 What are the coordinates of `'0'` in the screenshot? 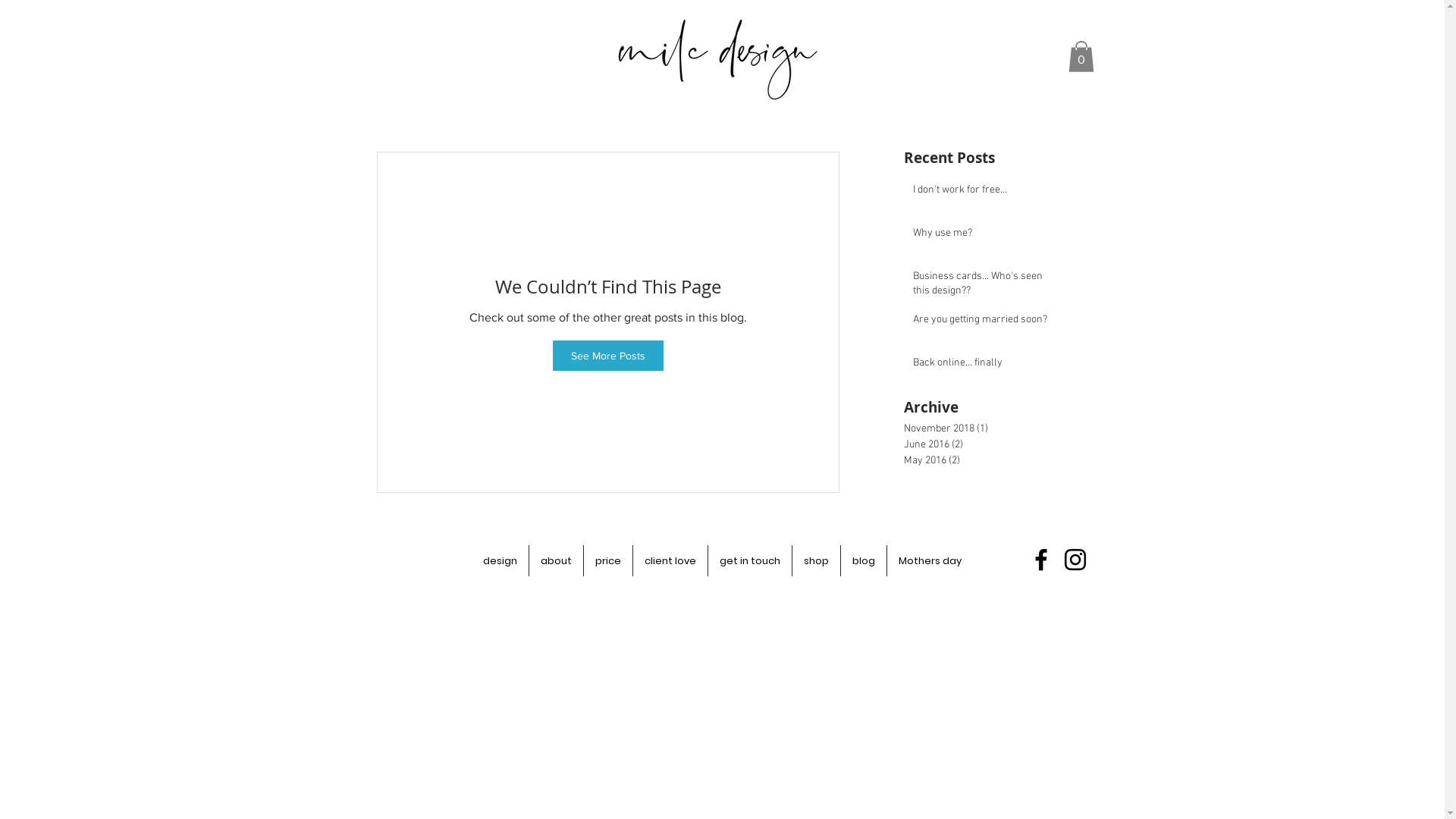 It's located at (1080, 55).